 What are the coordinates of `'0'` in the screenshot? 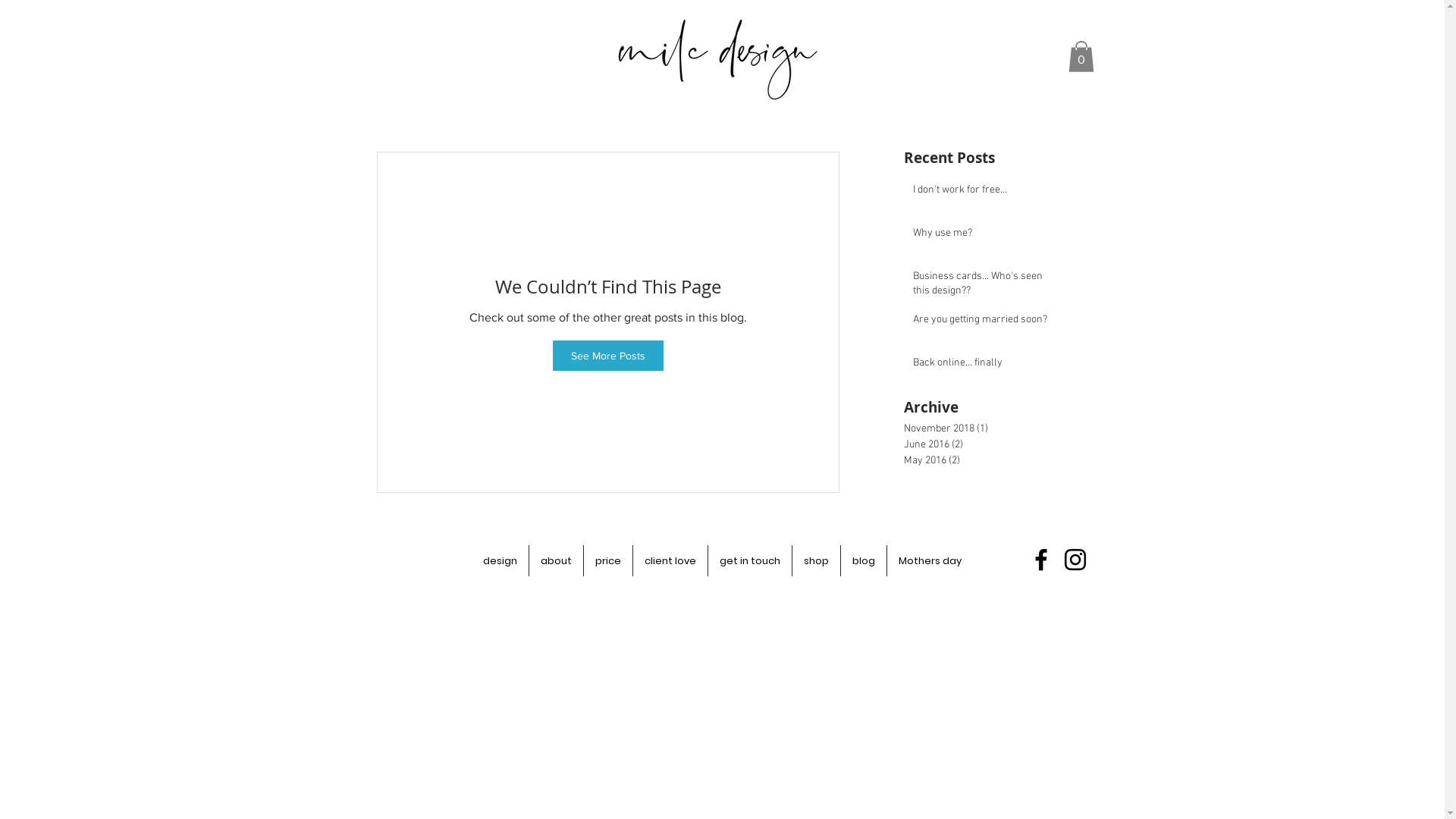 It's located at (1080, 55).